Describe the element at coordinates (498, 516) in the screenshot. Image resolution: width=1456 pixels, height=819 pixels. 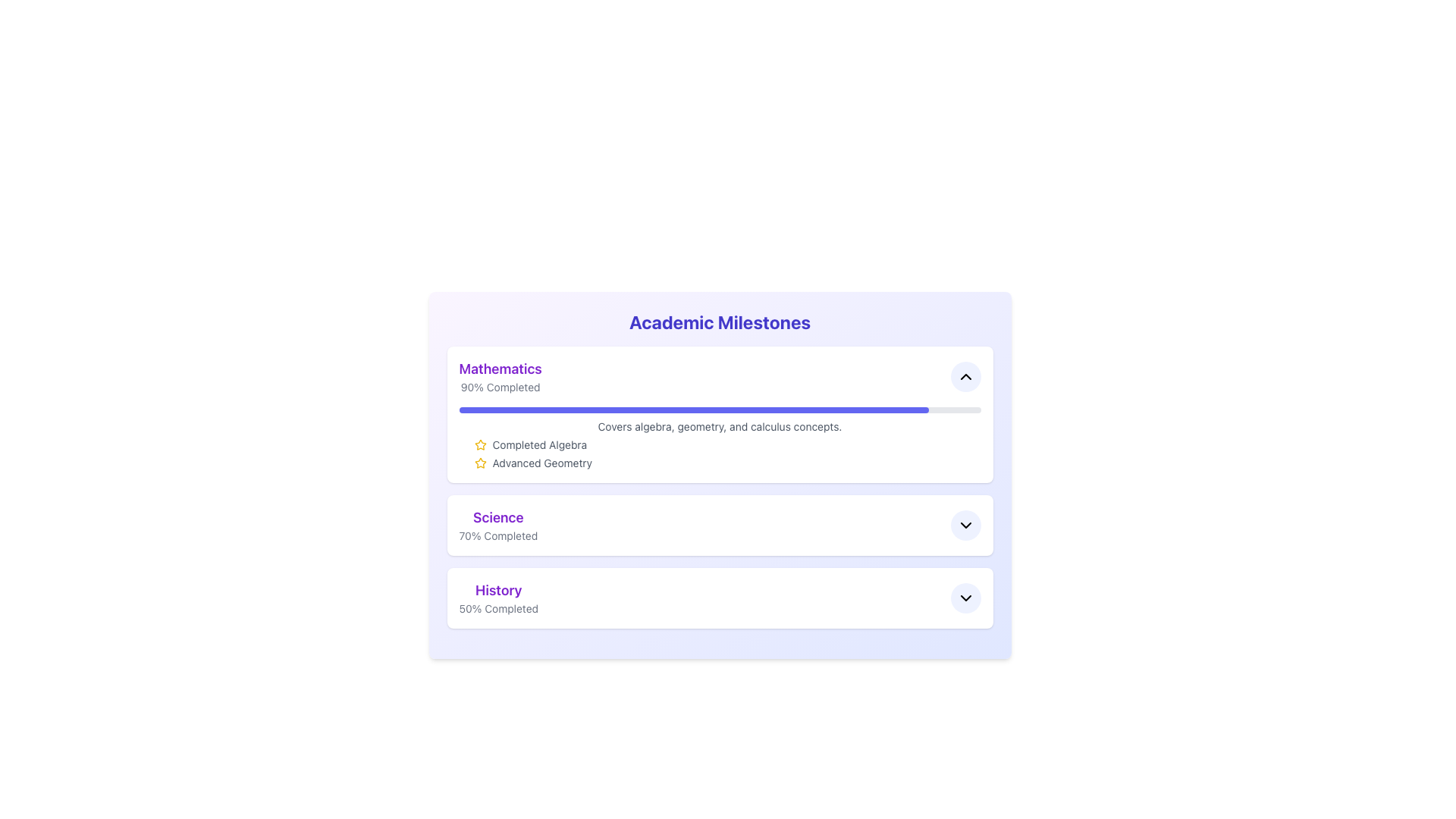
I see `the 'Science' label element, which serves as a header for the academic milestones listing interface` at that location.